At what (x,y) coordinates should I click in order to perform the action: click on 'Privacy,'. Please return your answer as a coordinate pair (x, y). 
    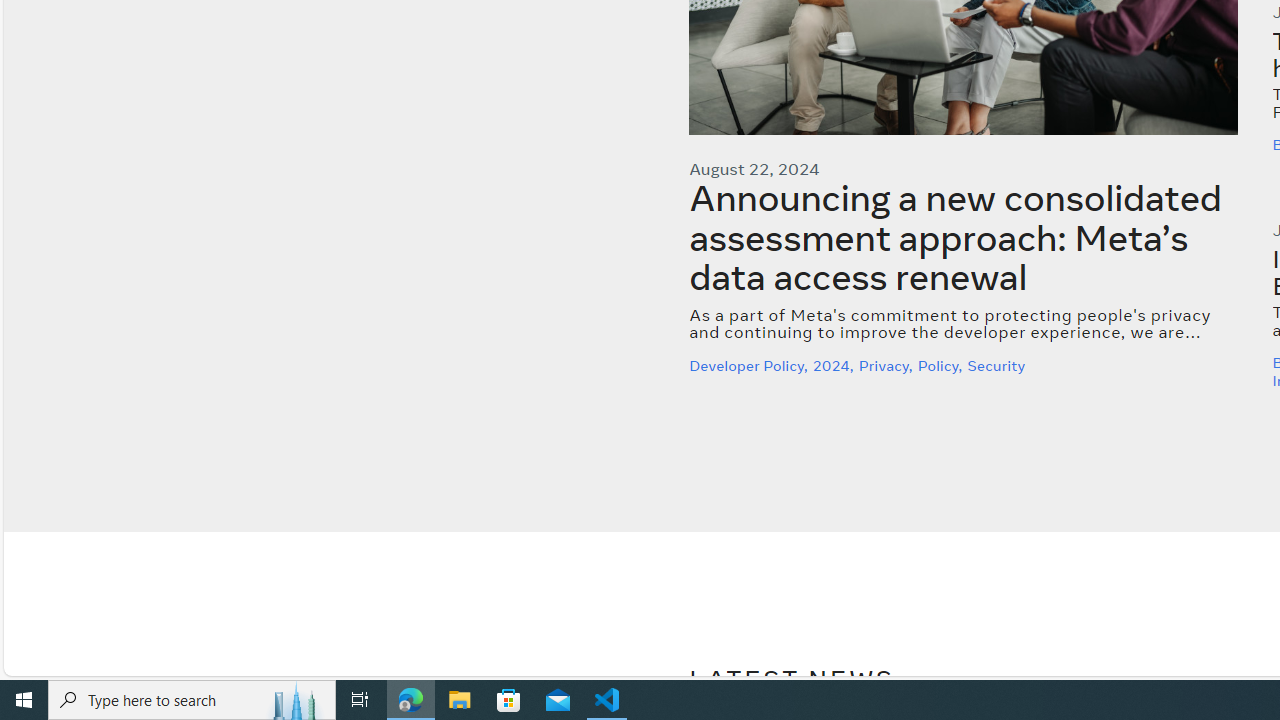
    Looking at the image, I should click on (886, 365).